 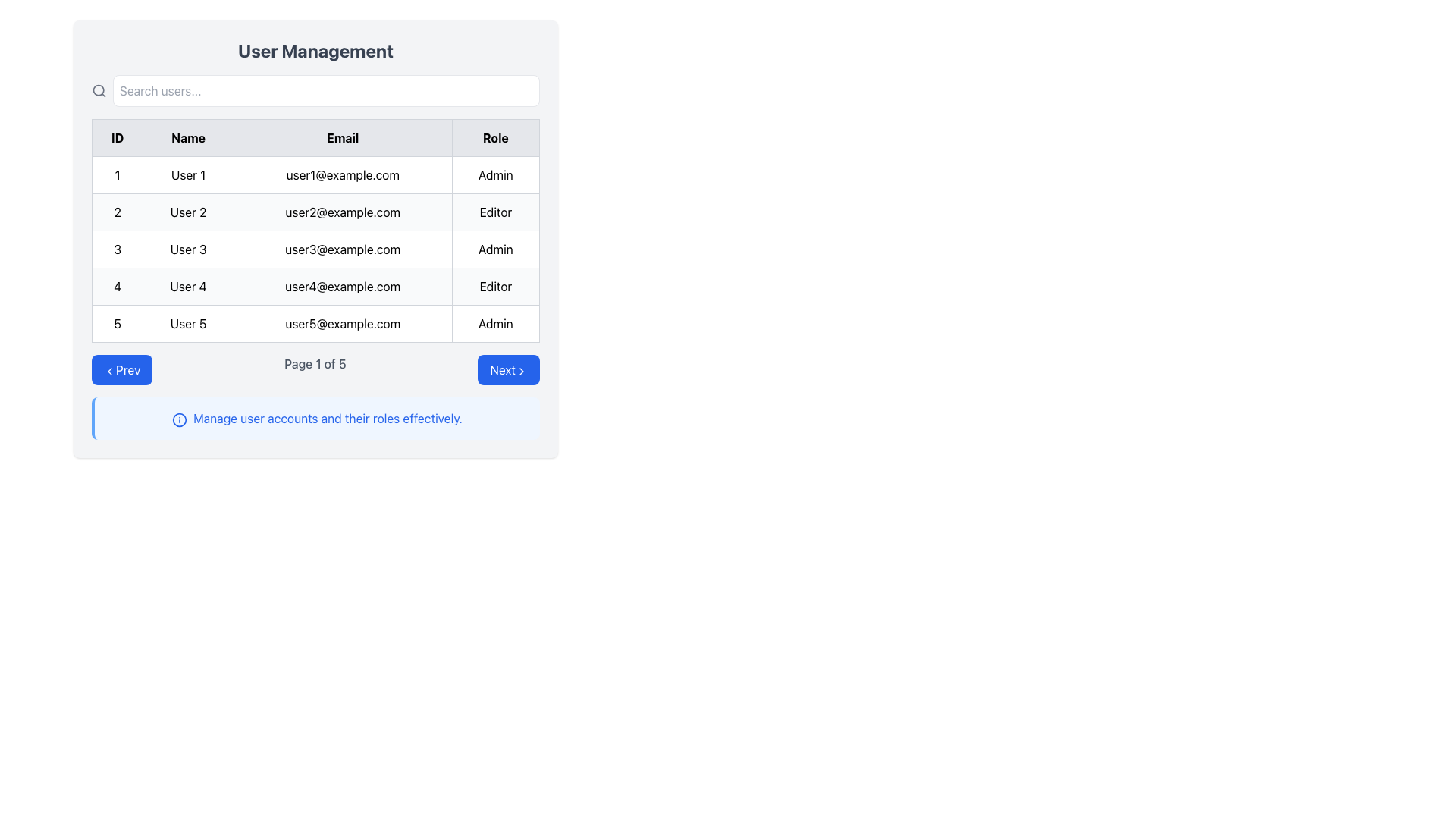 I want to click on the enclosing button labeled 'Next' that houses the chevron-shaped icon, so click(x=521, y=371).